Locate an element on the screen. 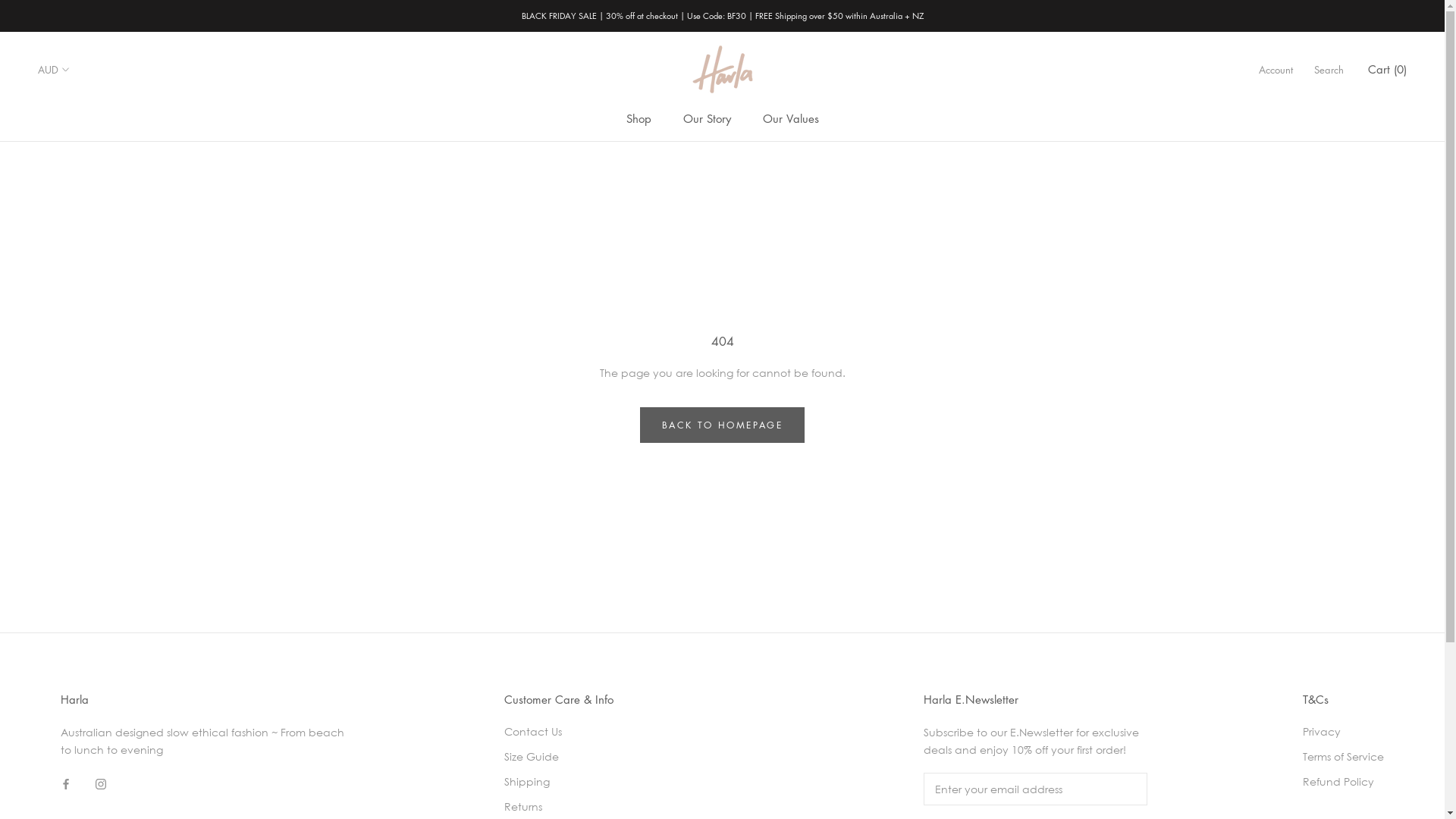  'Refund Policy' is located at coordinates (1343, 781).